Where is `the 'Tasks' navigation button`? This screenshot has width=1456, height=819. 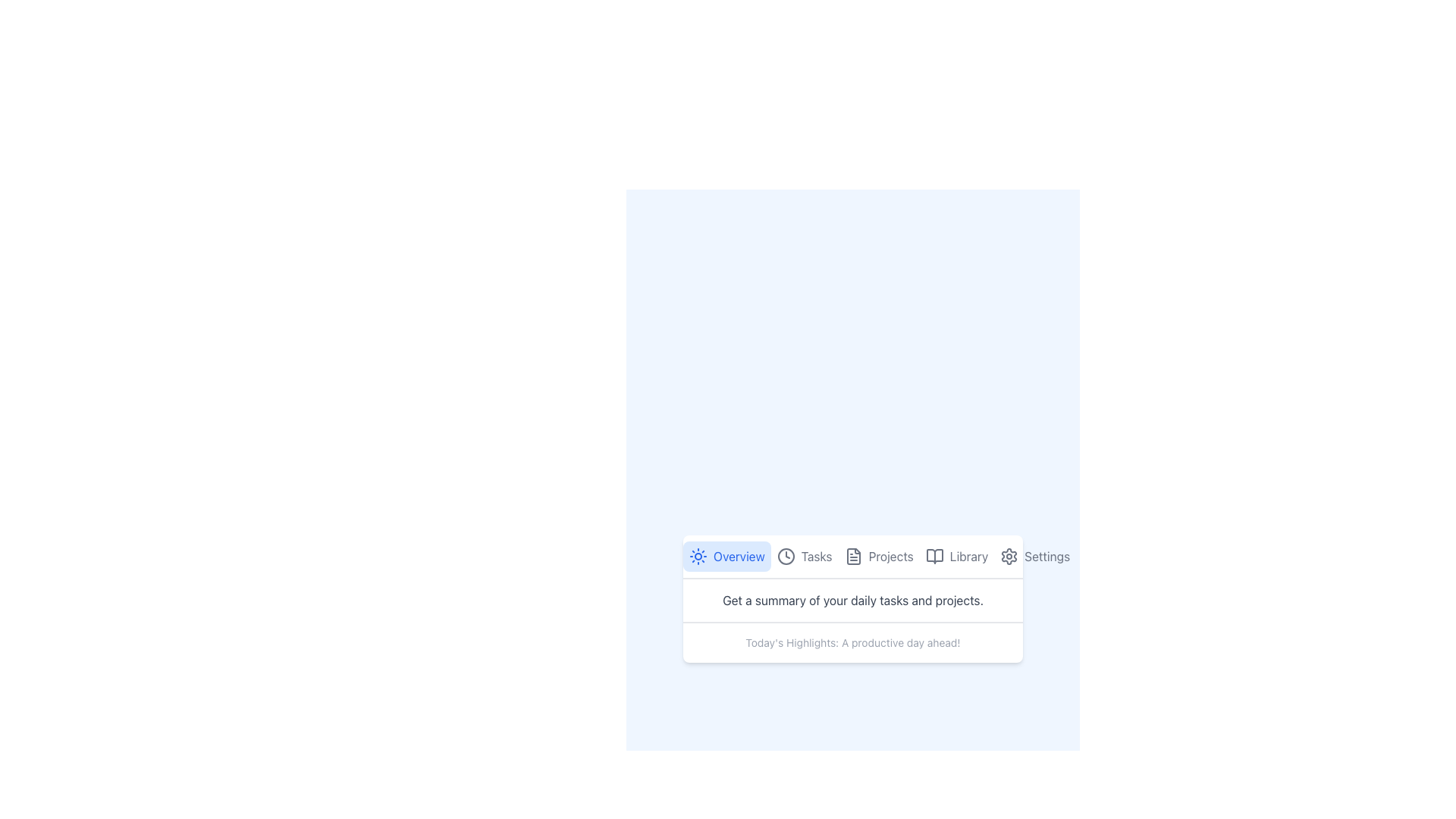 the 'Tasks' navigation button is located at coordinates (804, 556).